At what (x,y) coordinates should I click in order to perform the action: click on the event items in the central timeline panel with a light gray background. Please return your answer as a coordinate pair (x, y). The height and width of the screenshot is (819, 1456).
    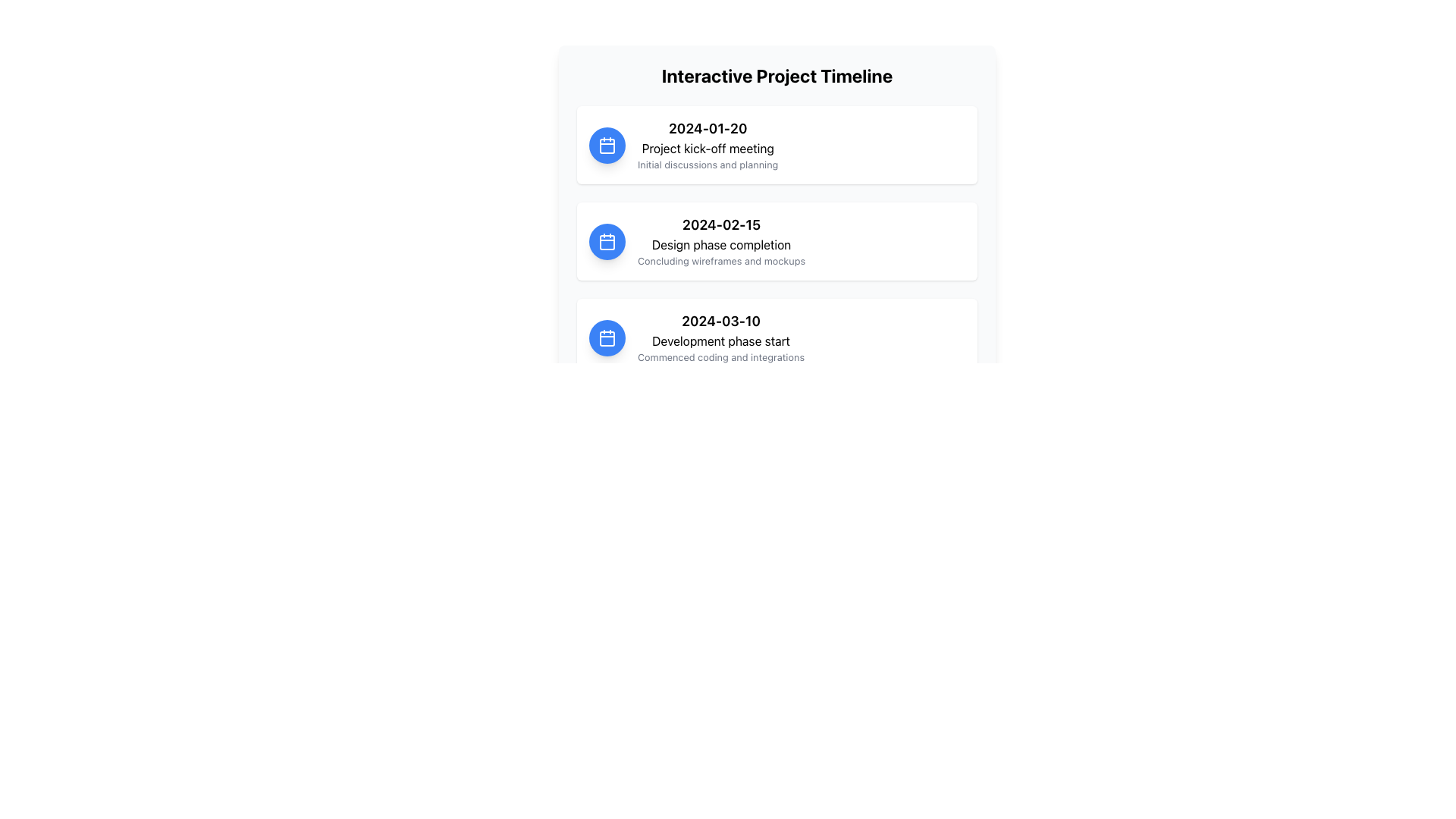
    Looking at the image, I should click on (777, 243).